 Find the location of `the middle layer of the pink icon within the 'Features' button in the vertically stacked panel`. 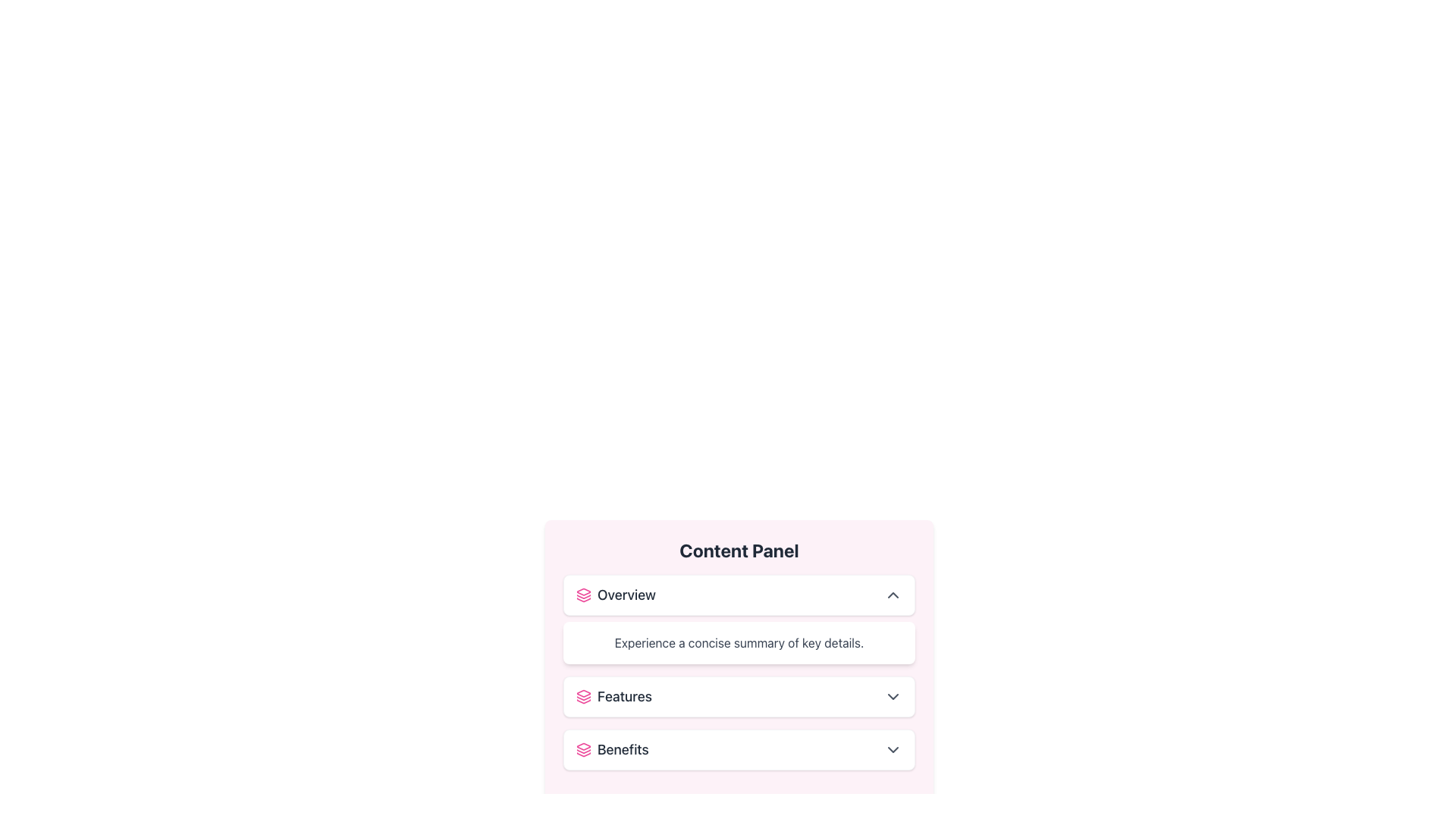

the middle layer of the pink icon within the 'Features' button in the vertically stacked panel is located at coordinates (582, 698).